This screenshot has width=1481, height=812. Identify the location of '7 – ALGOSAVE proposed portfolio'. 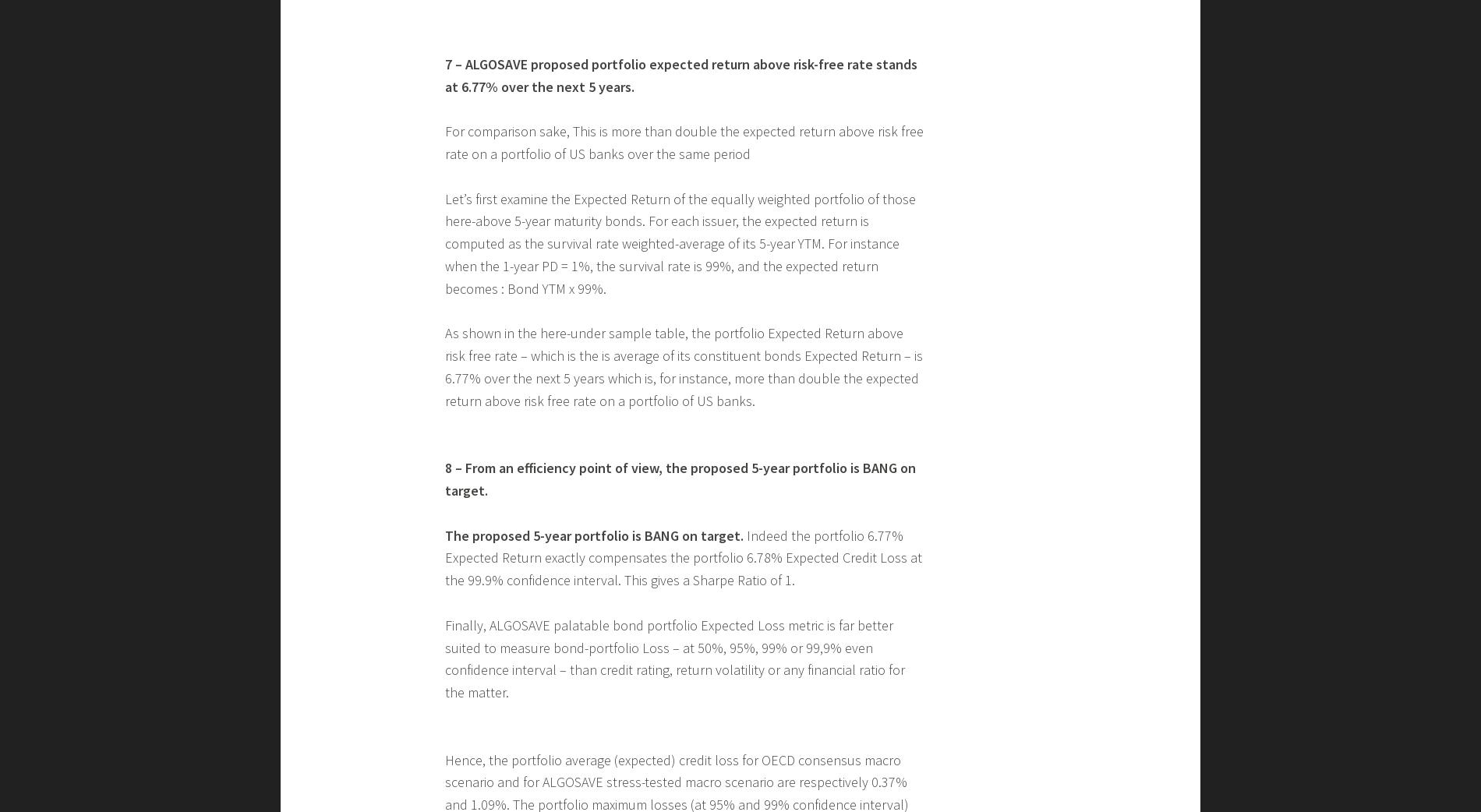
(444, 321).